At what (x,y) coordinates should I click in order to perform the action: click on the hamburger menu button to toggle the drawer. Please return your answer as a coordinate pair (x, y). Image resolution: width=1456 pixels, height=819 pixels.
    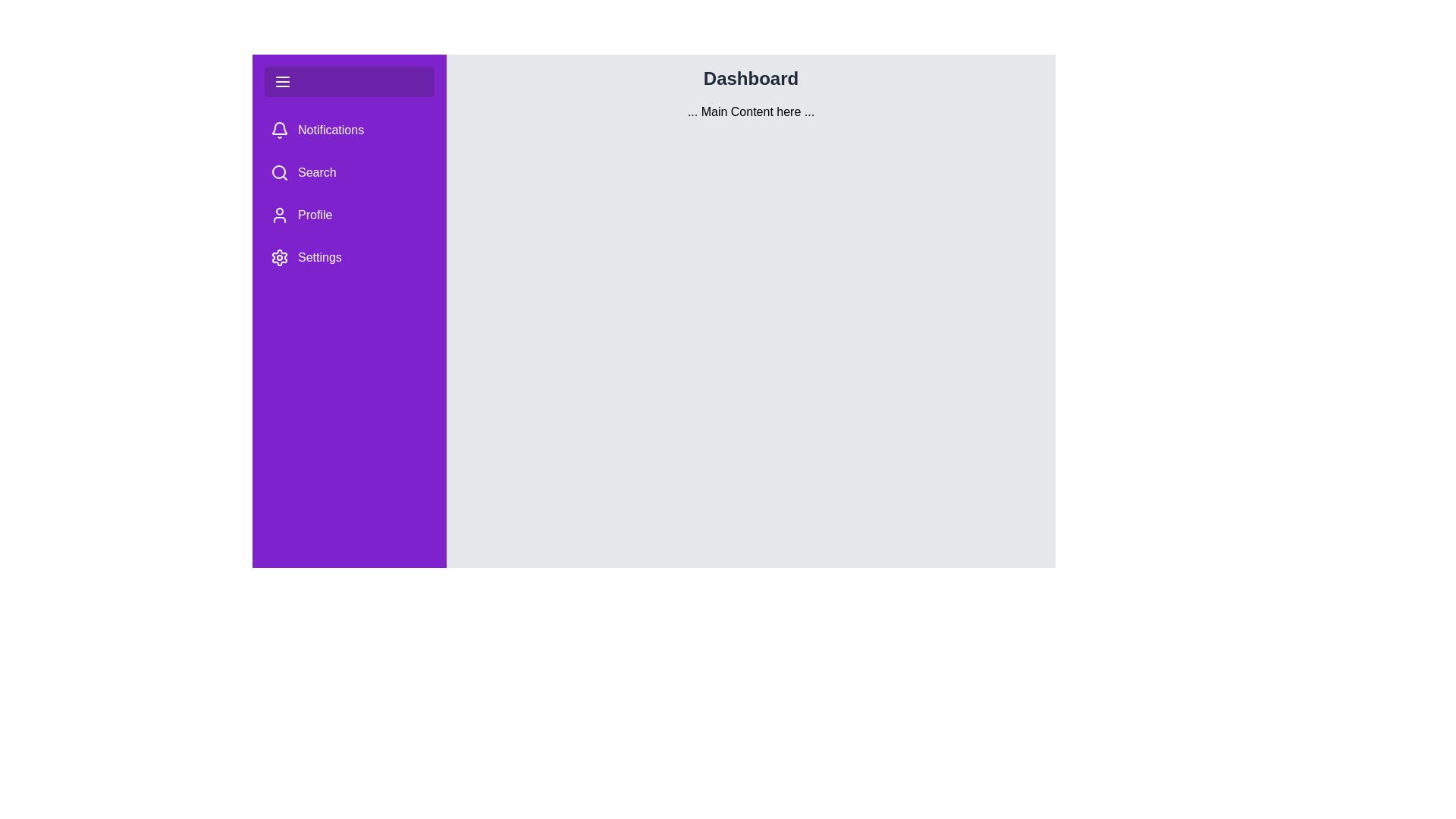
    Looking at the image, I should click on (283, 82).